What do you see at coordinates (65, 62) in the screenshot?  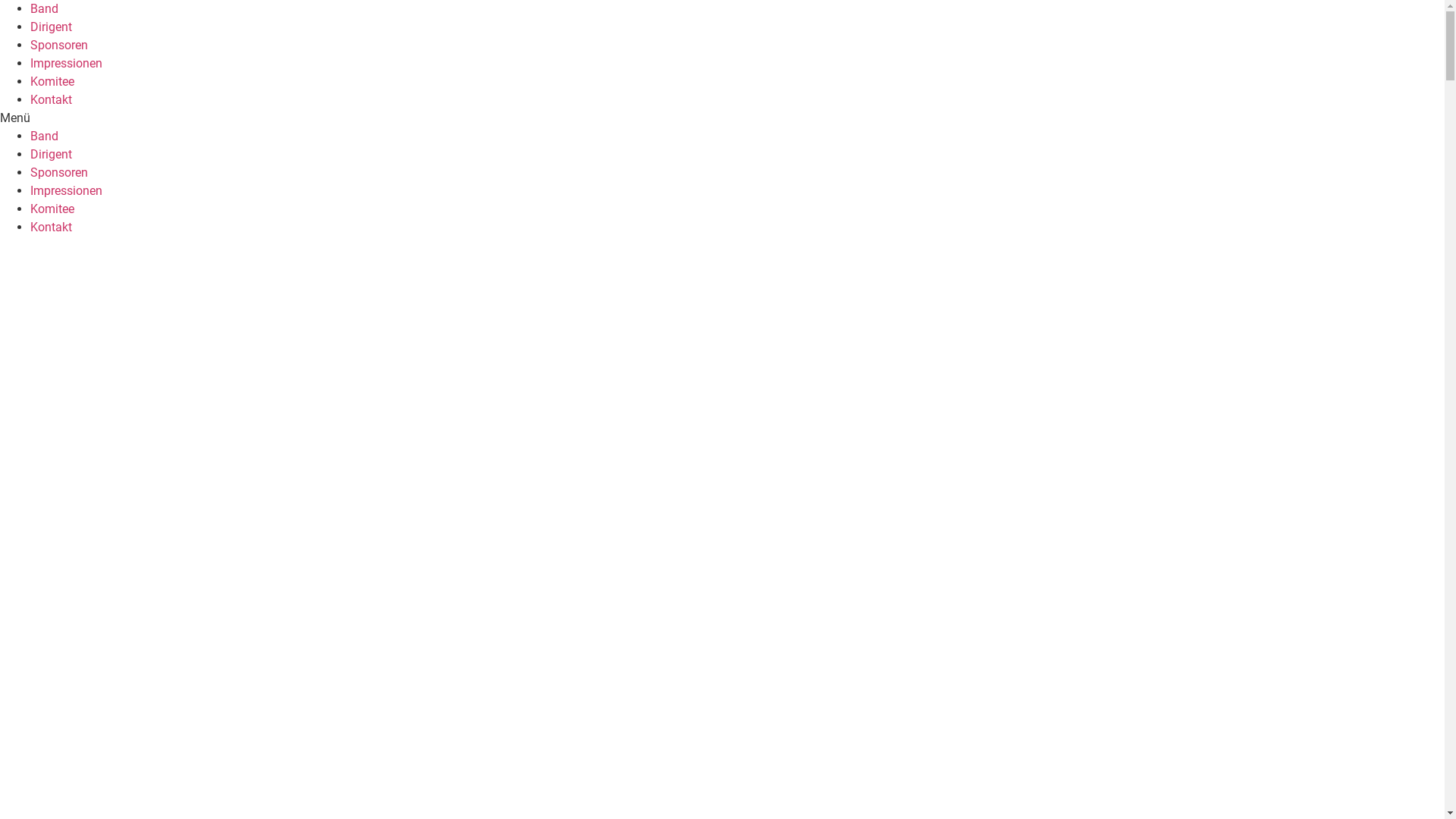 I see `'Impressionen'` at bounding box center [65, 62].